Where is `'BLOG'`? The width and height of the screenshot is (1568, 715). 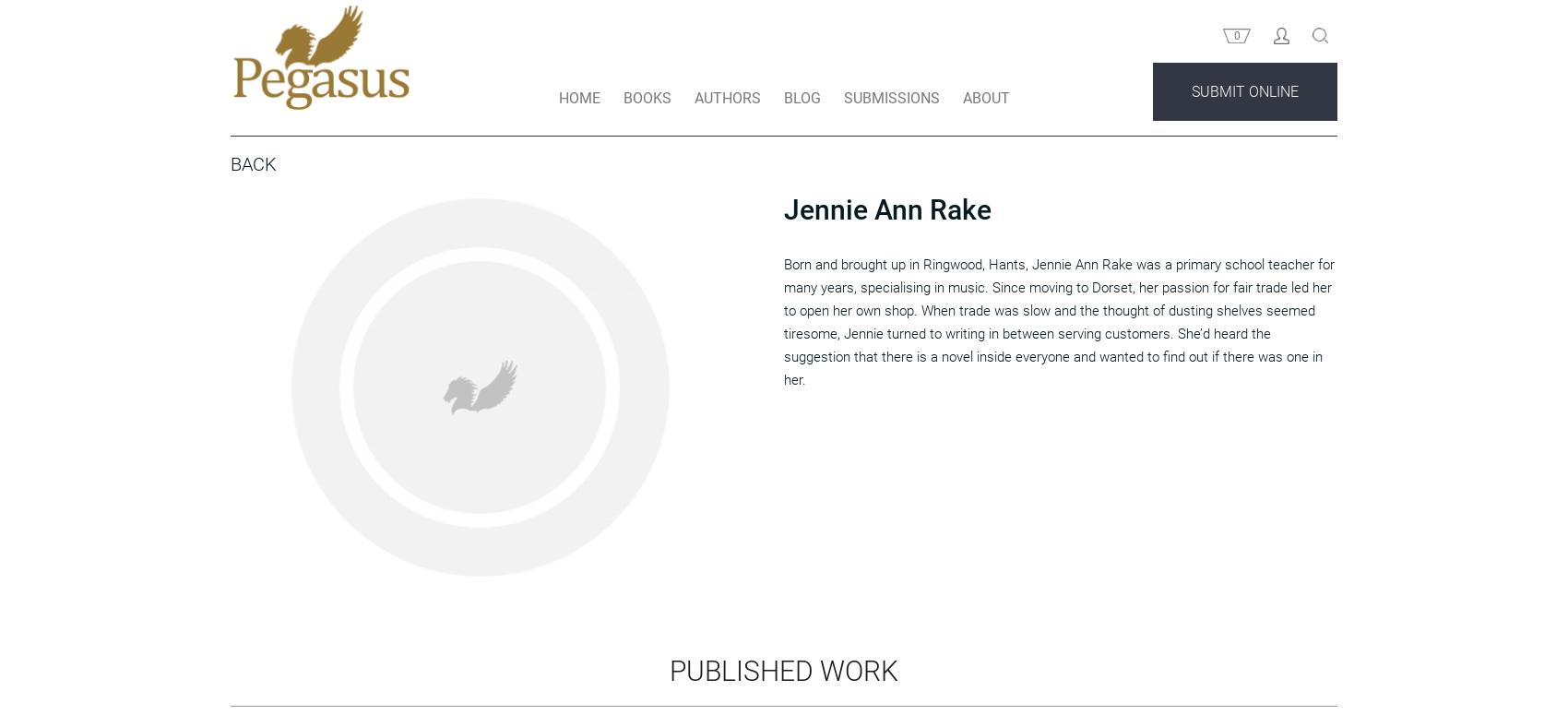
'BLOG' is located at coordinates (802, 132).